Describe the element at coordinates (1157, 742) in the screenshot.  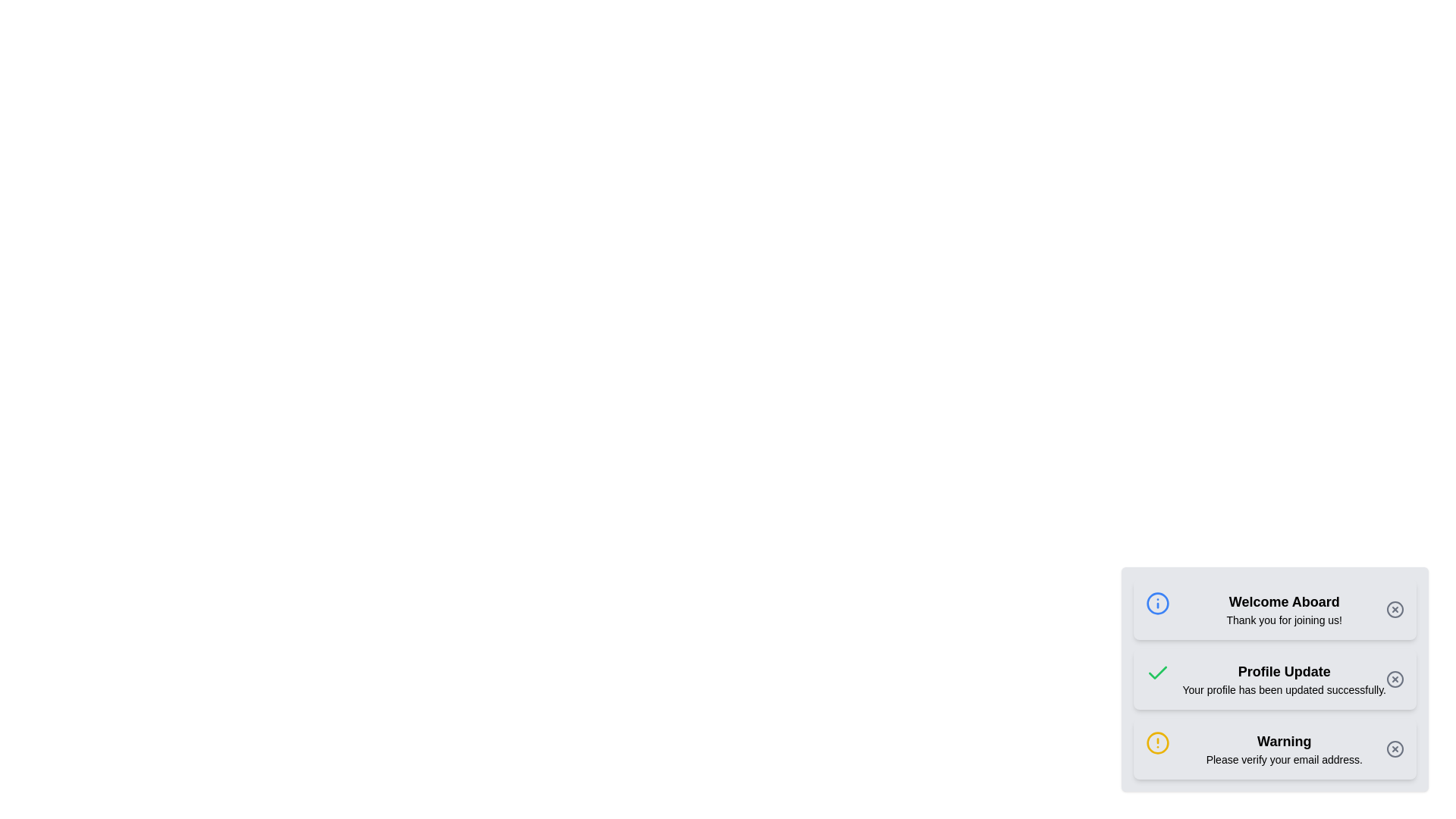
I see `the warning icon located at the leftmost part of the lower warning message in the notification panel, directly preceding the text 'Please verify your email address.'` at that location.